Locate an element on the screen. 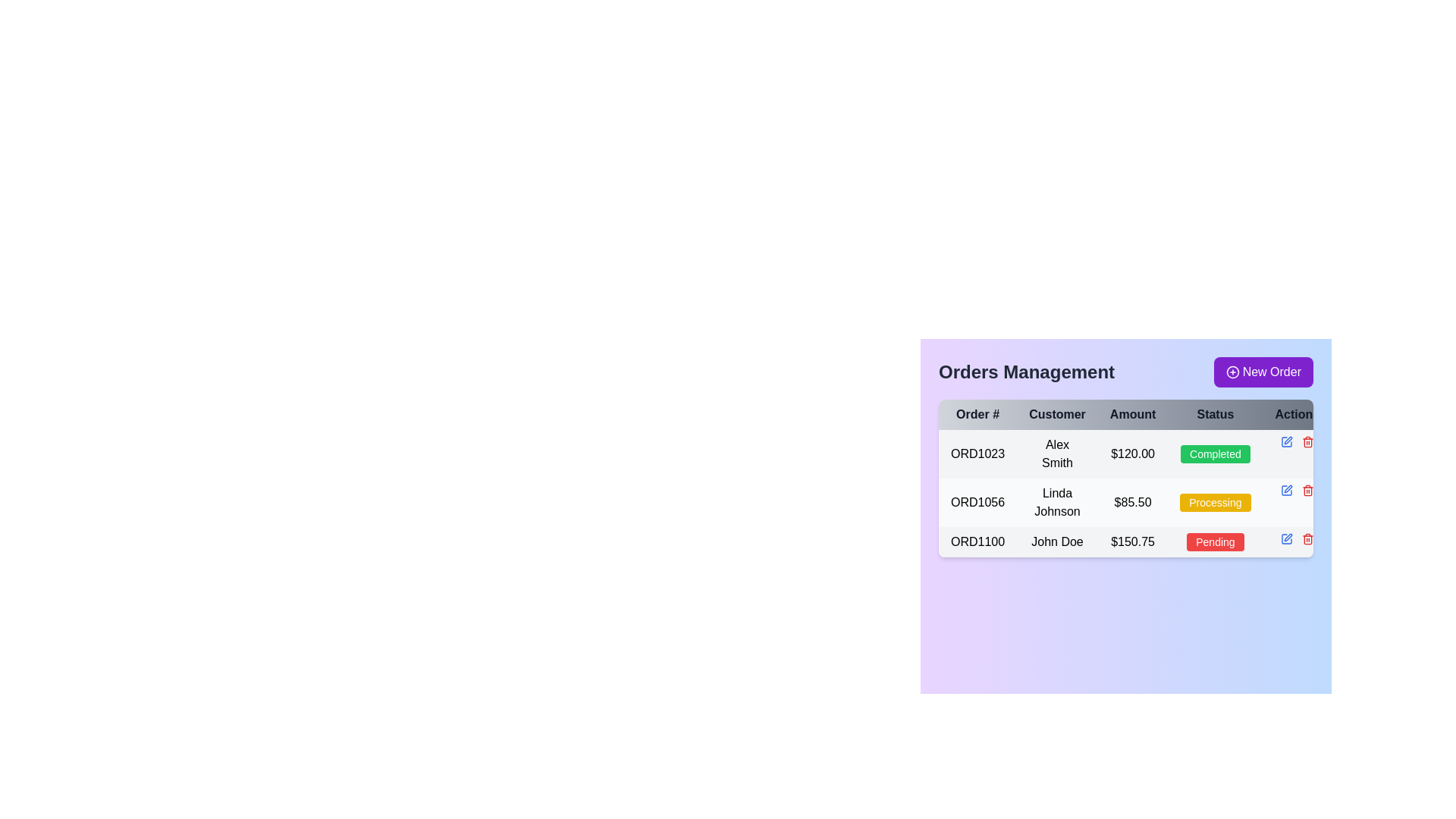 Image resolution: width=1456 pixels, height=819 pixels. the static text element displaying the monetary amount for the order in the third row of the table under the 'Amount' column in the 'Orders Management' section is located at coordinates (1133, 541).